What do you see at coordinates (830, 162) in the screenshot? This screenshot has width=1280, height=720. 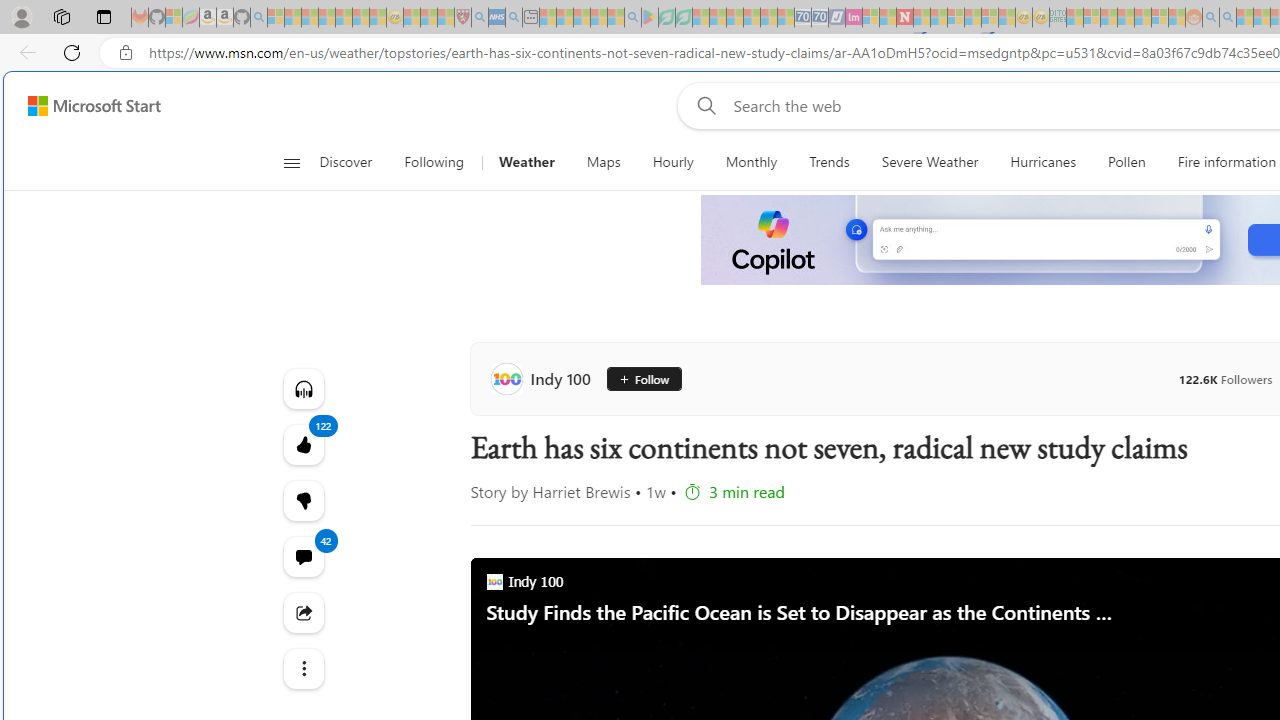 I see `'Trends'` at bounding box center [830, 162].